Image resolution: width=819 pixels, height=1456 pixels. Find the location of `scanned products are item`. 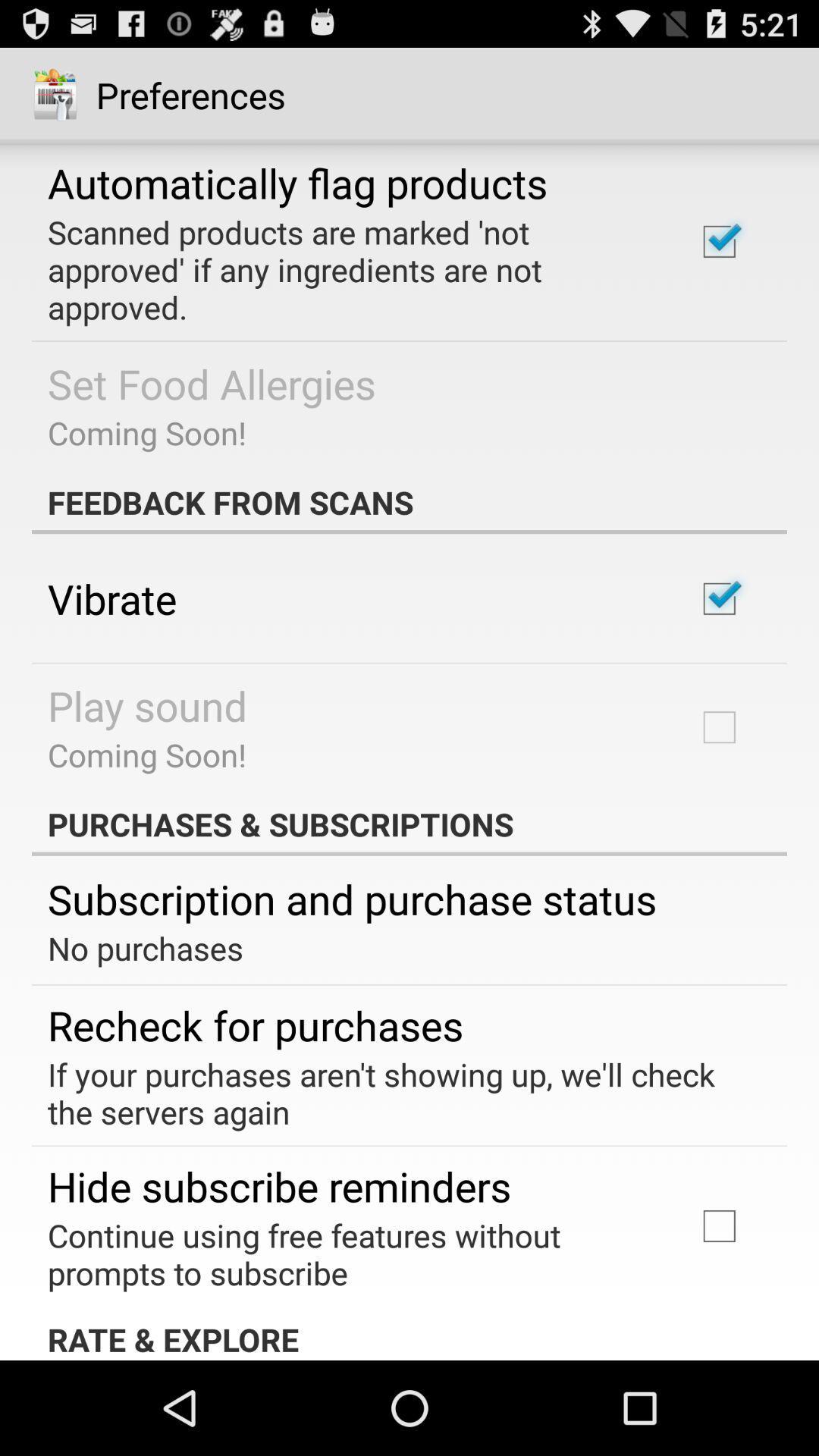

scanned products are item is located at coordinates (351, 269).